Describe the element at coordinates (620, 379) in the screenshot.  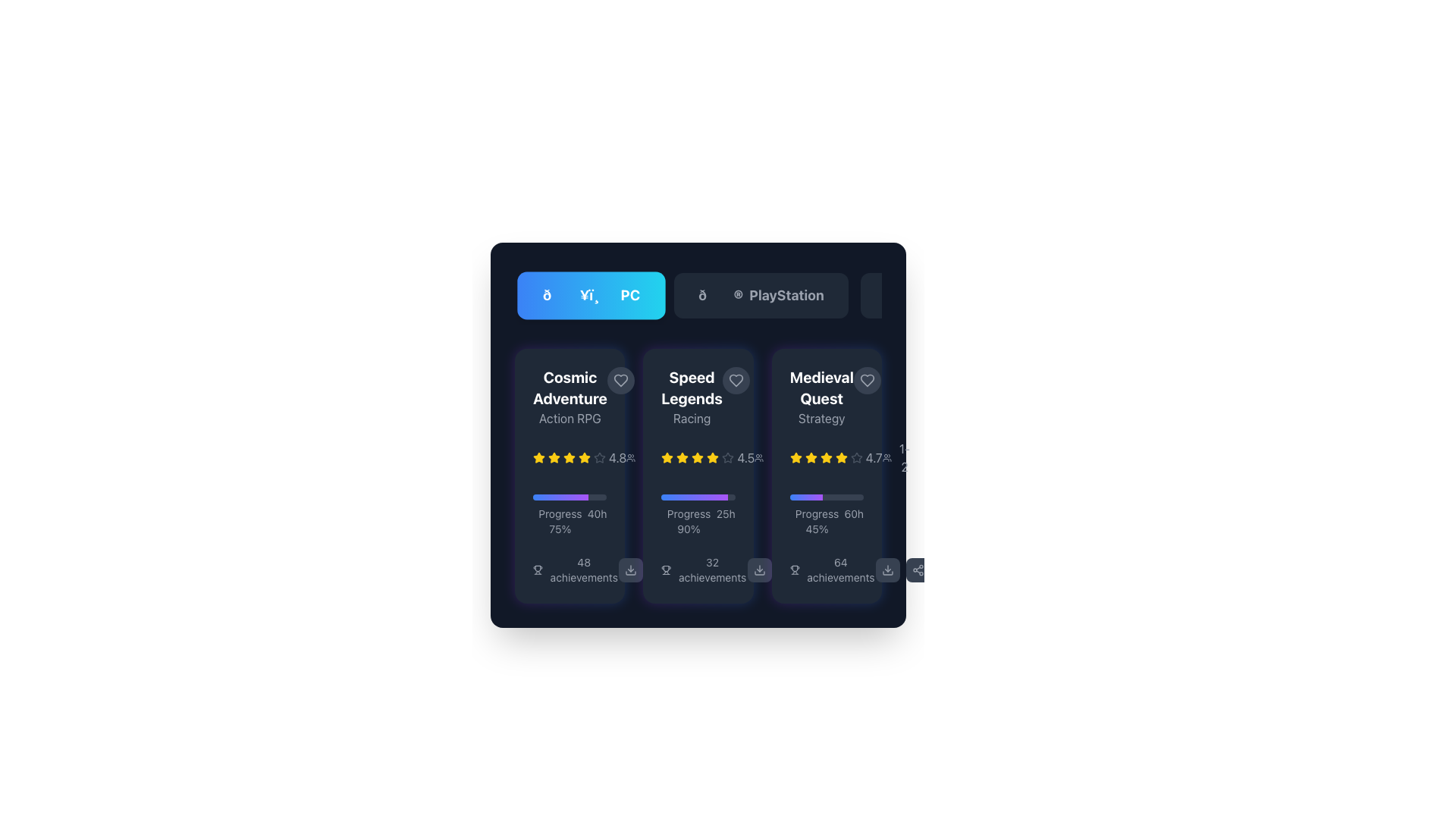
I see `the heart-shaped icon within the circular button in the top-right section of the 'Cosmic Adventure' card to mark it as favorite` at that location.